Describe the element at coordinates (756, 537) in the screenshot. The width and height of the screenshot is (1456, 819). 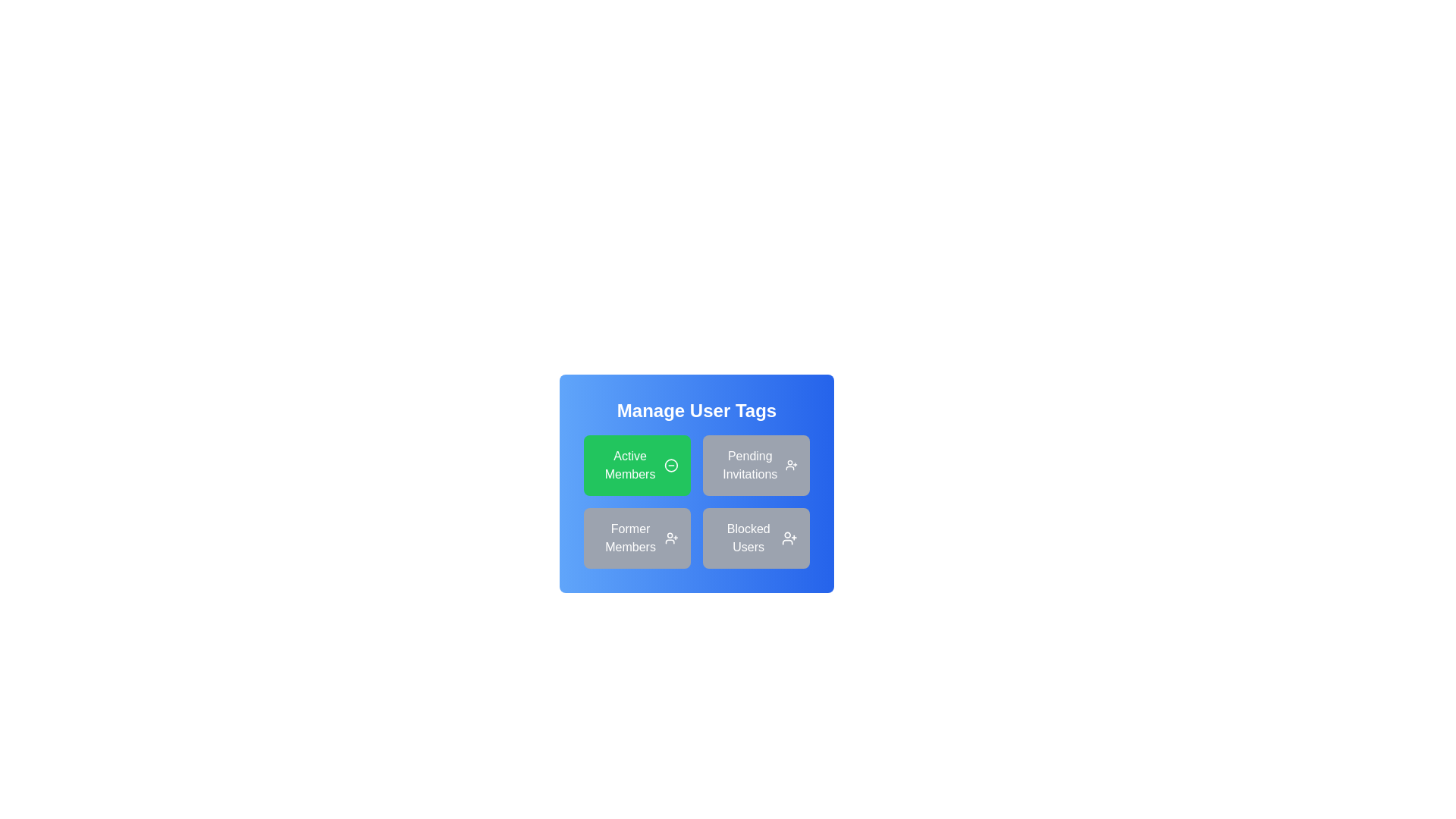
I see `the 'Blocked Users' button located at the bottom-right corner of the grid of four buttons under 'Manage User Tags' to possibly reveal additional details` at that location.